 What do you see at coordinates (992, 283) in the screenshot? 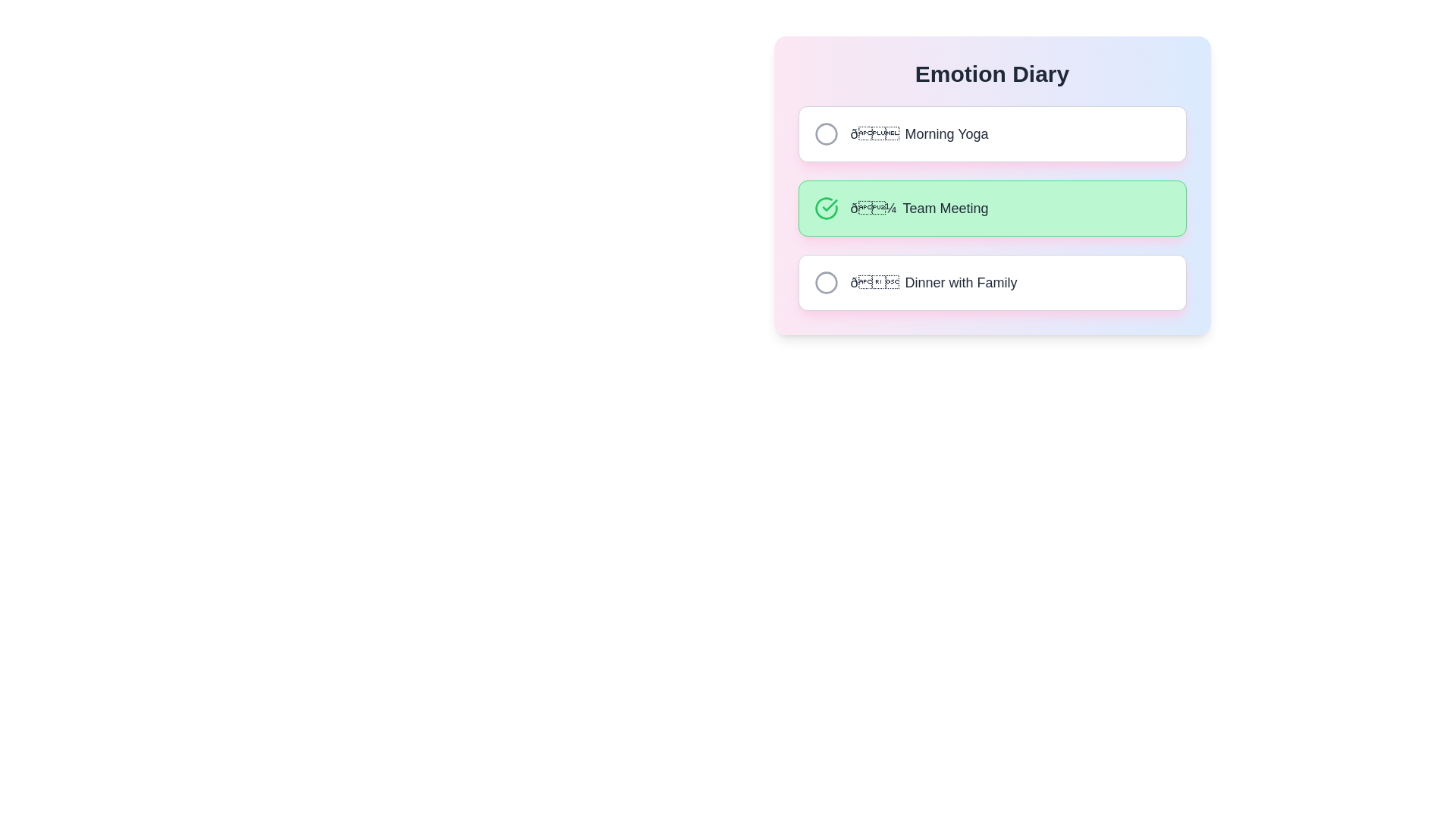
I see `the entry corresponding to Dinner with Family` at bounding box center [992, 283].